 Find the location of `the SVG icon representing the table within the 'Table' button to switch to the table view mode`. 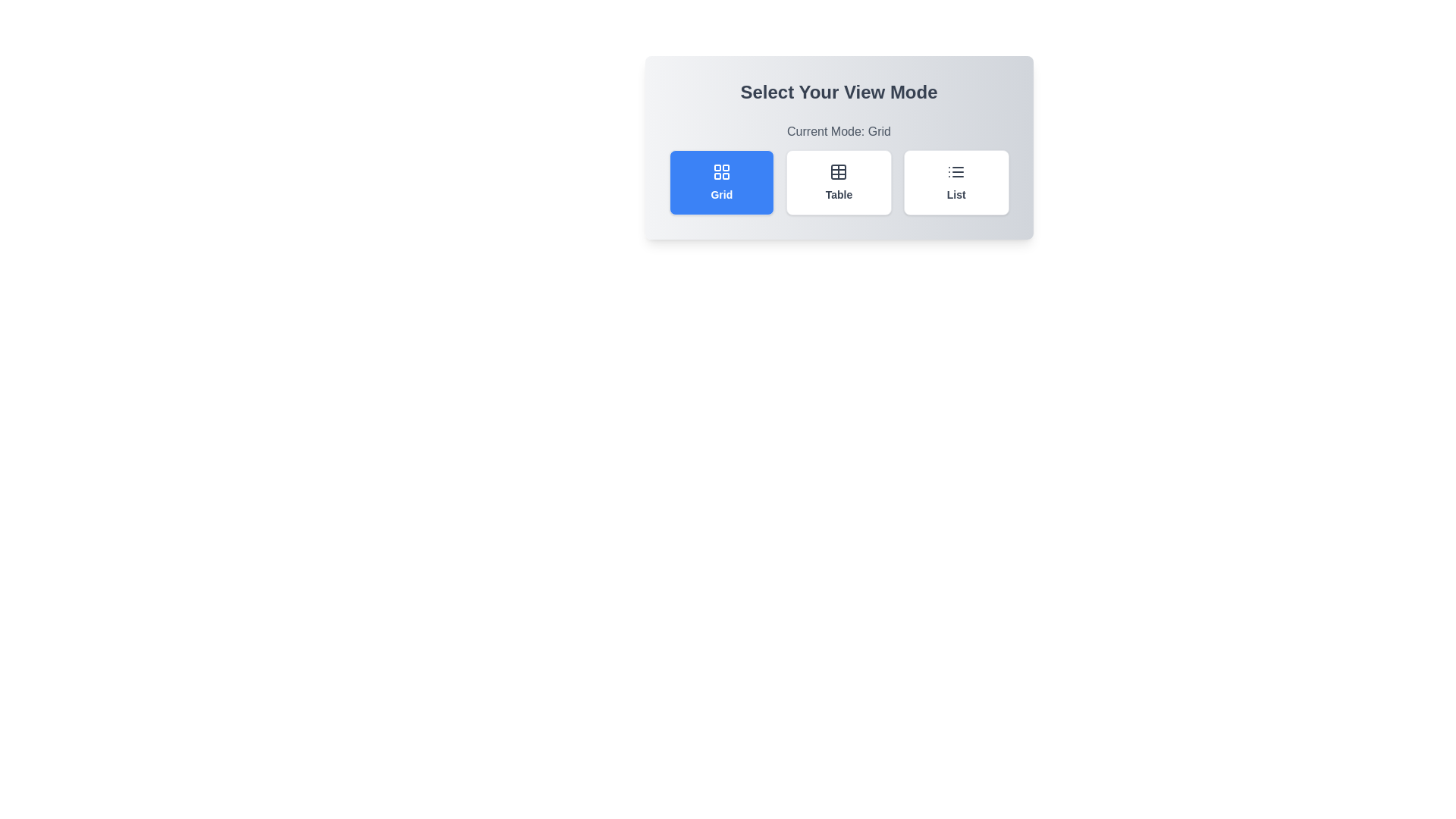

the SVG icon representing the table within the 'Table' button to switch to the table view mode is located at coordinates (838, 171).